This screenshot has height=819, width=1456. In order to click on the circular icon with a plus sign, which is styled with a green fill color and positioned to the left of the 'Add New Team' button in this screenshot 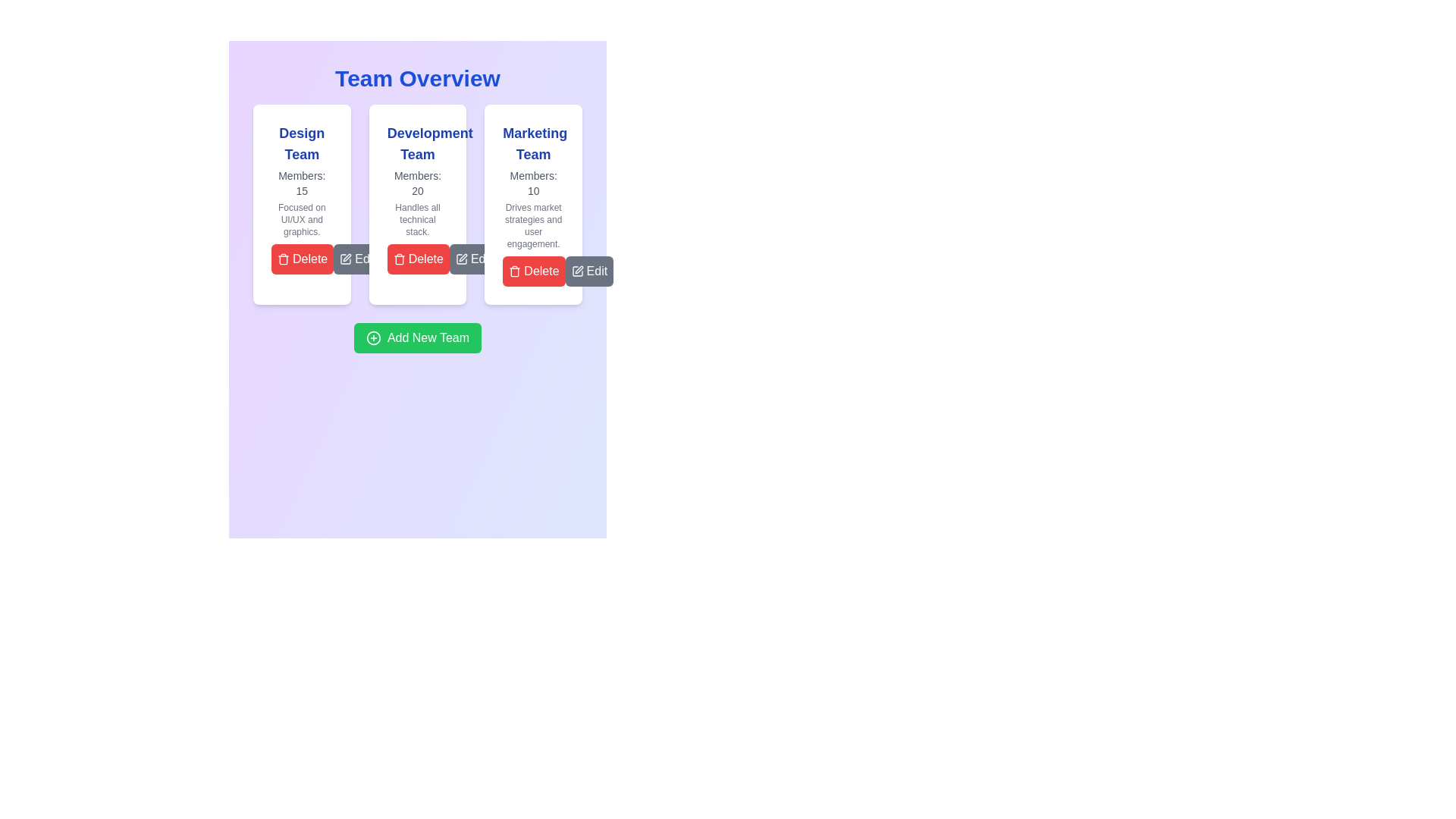, I will do `click(373, 337)`.